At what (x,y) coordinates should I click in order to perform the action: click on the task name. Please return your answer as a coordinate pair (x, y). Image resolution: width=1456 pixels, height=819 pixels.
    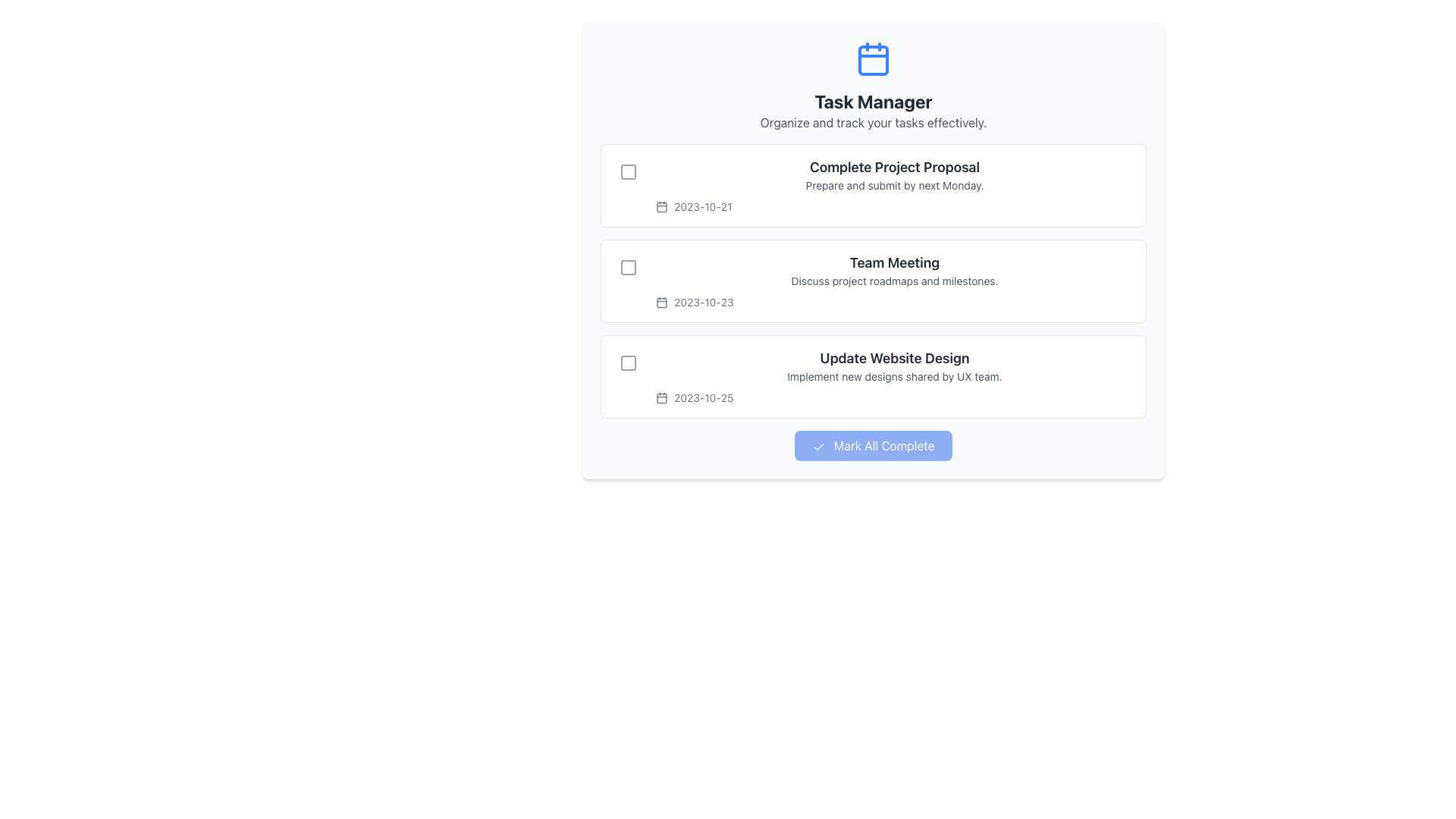
    Looking at the image, I should click on (895, 167).